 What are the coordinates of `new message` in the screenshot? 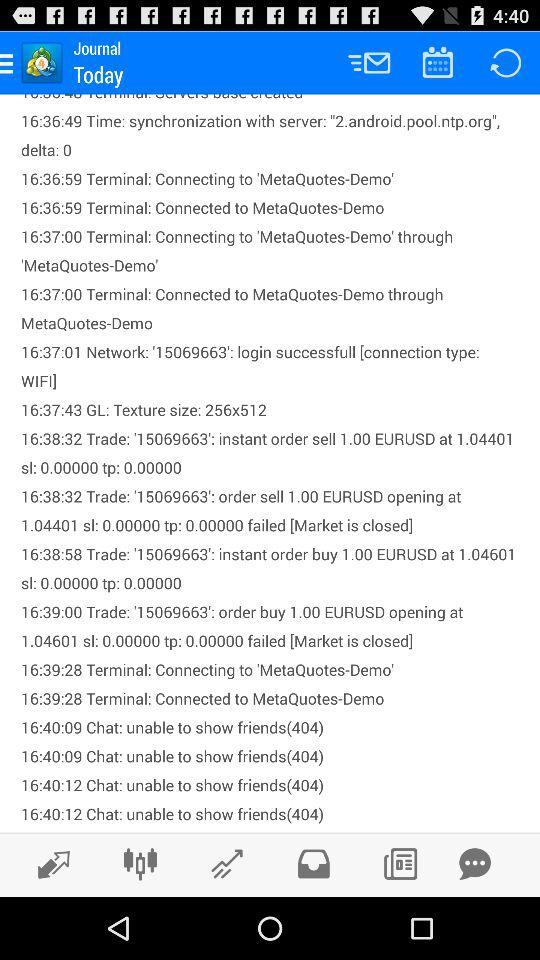 It's located at (474, 863).